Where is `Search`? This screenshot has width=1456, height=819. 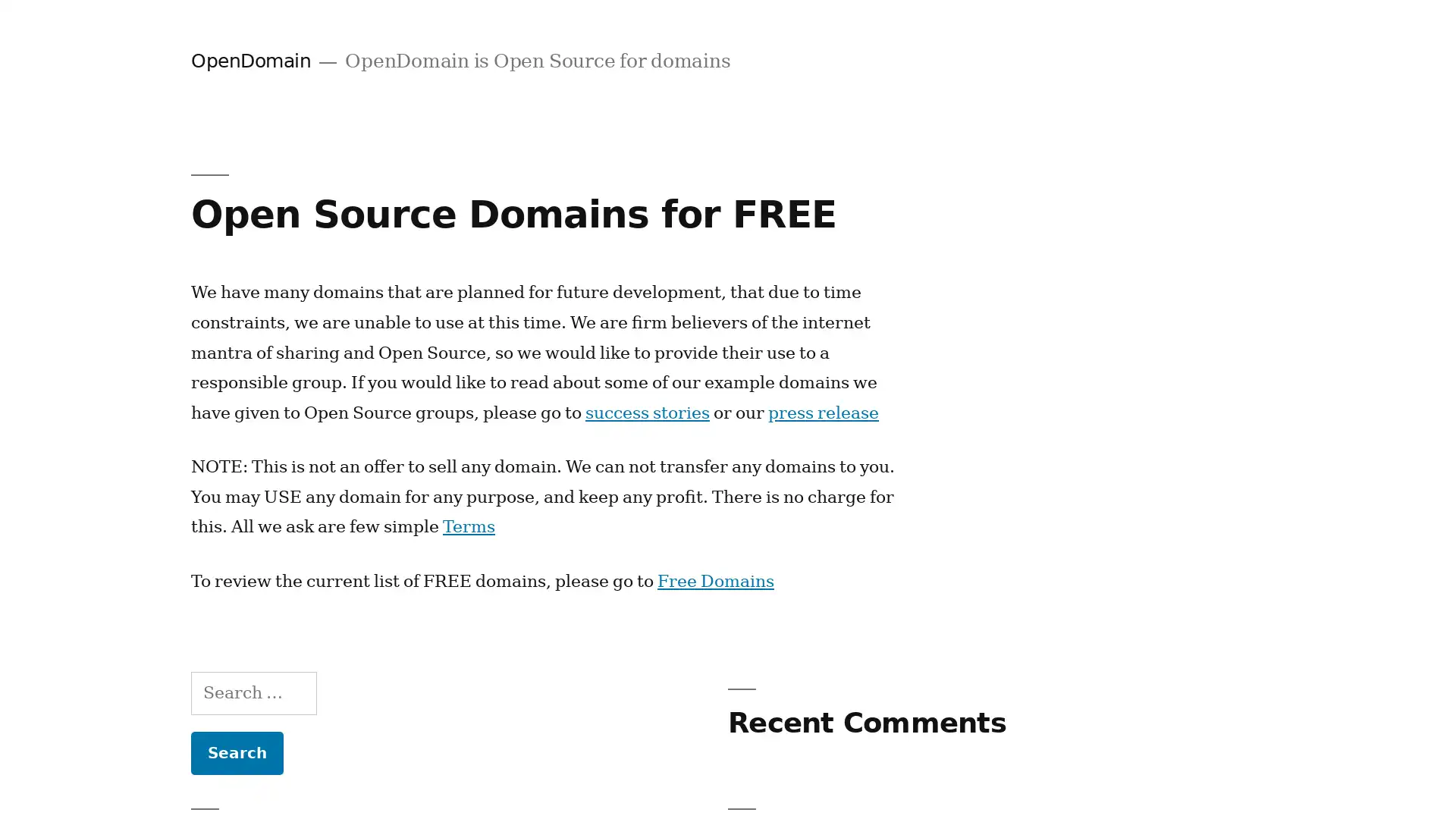
Search is located at coordinates (236, 752).